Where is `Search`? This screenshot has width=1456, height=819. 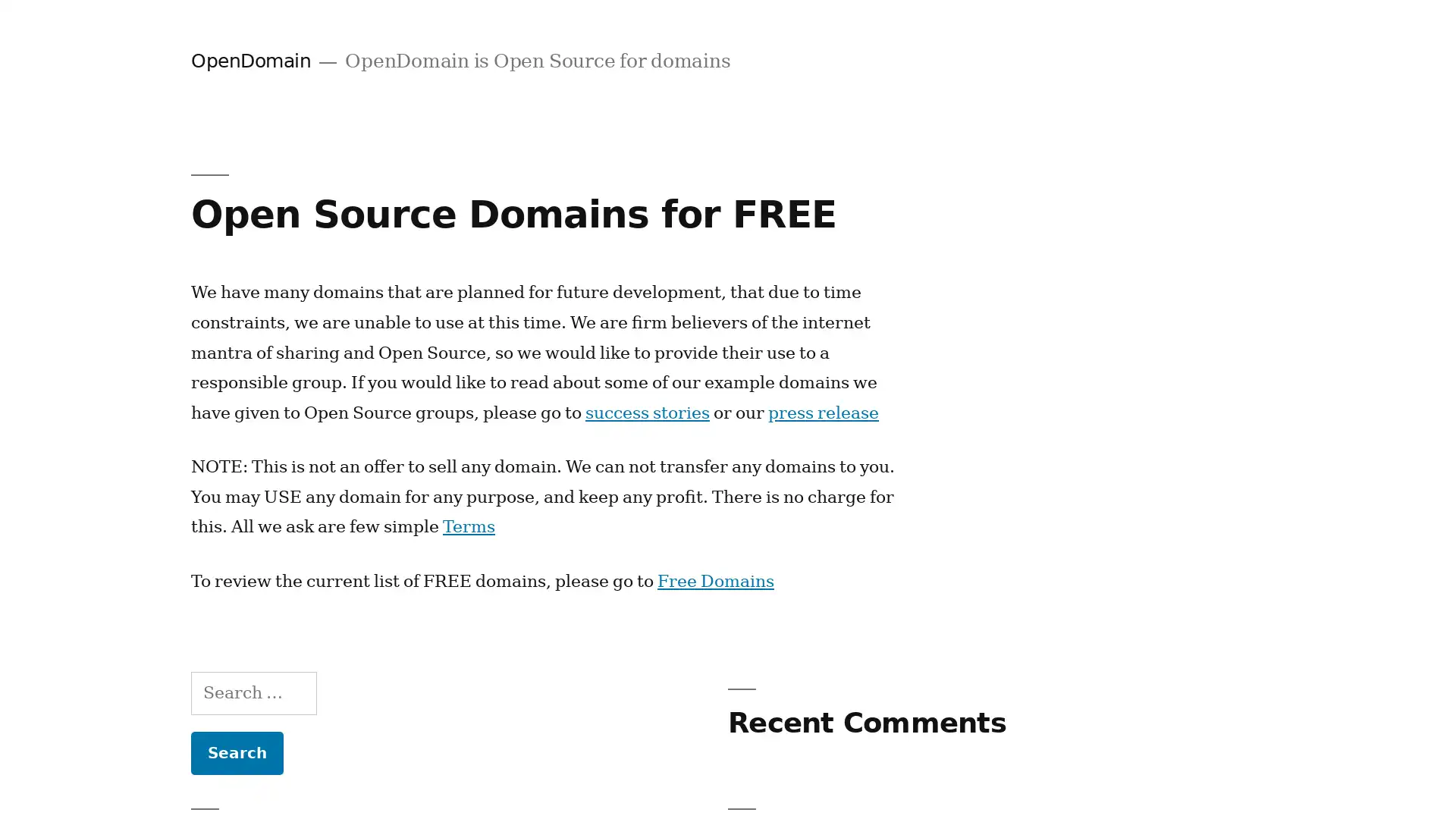
Search is located at coordinates (236, 752).